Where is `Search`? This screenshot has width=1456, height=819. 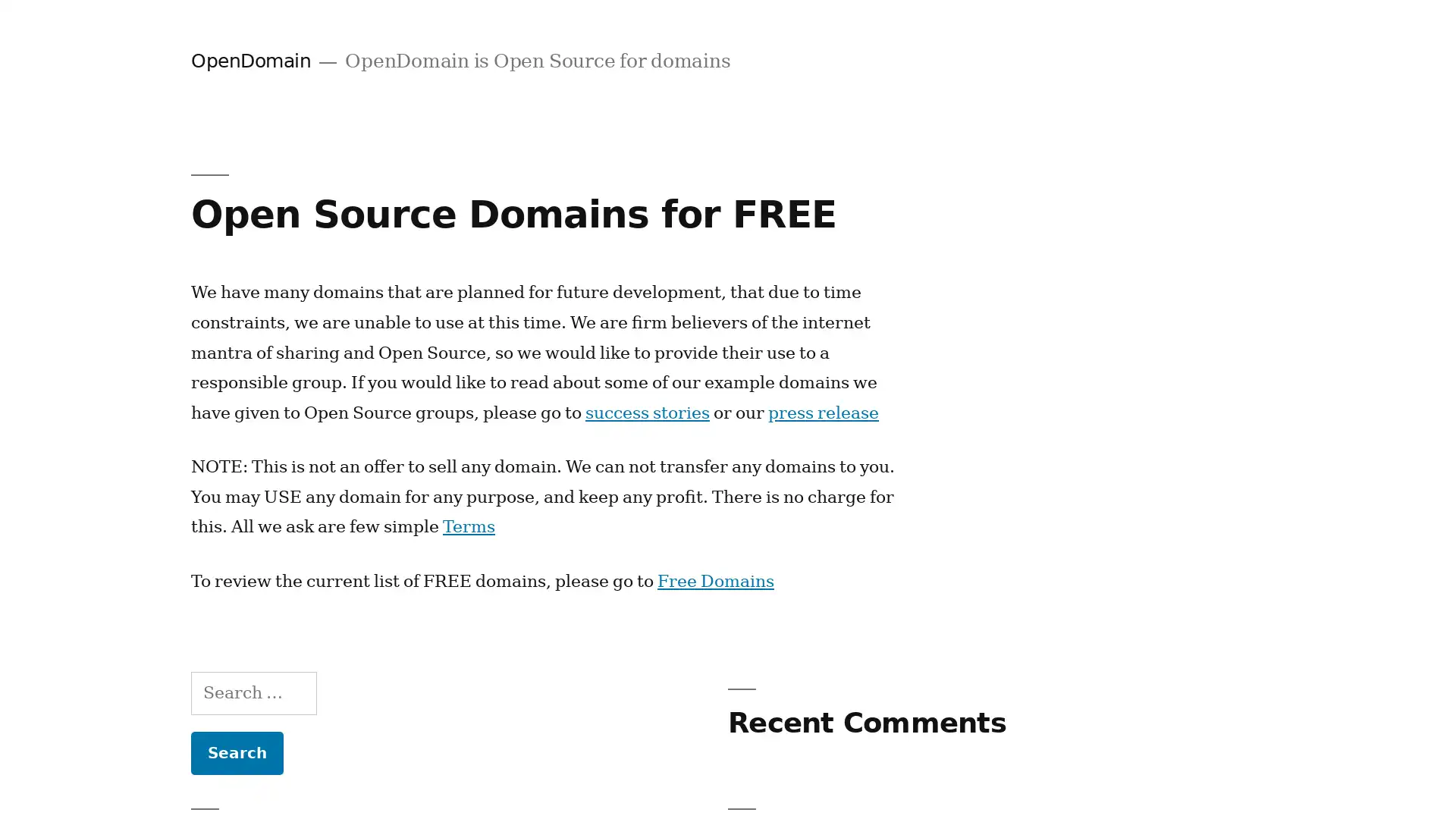
Search is located at coordinates (236, 752).